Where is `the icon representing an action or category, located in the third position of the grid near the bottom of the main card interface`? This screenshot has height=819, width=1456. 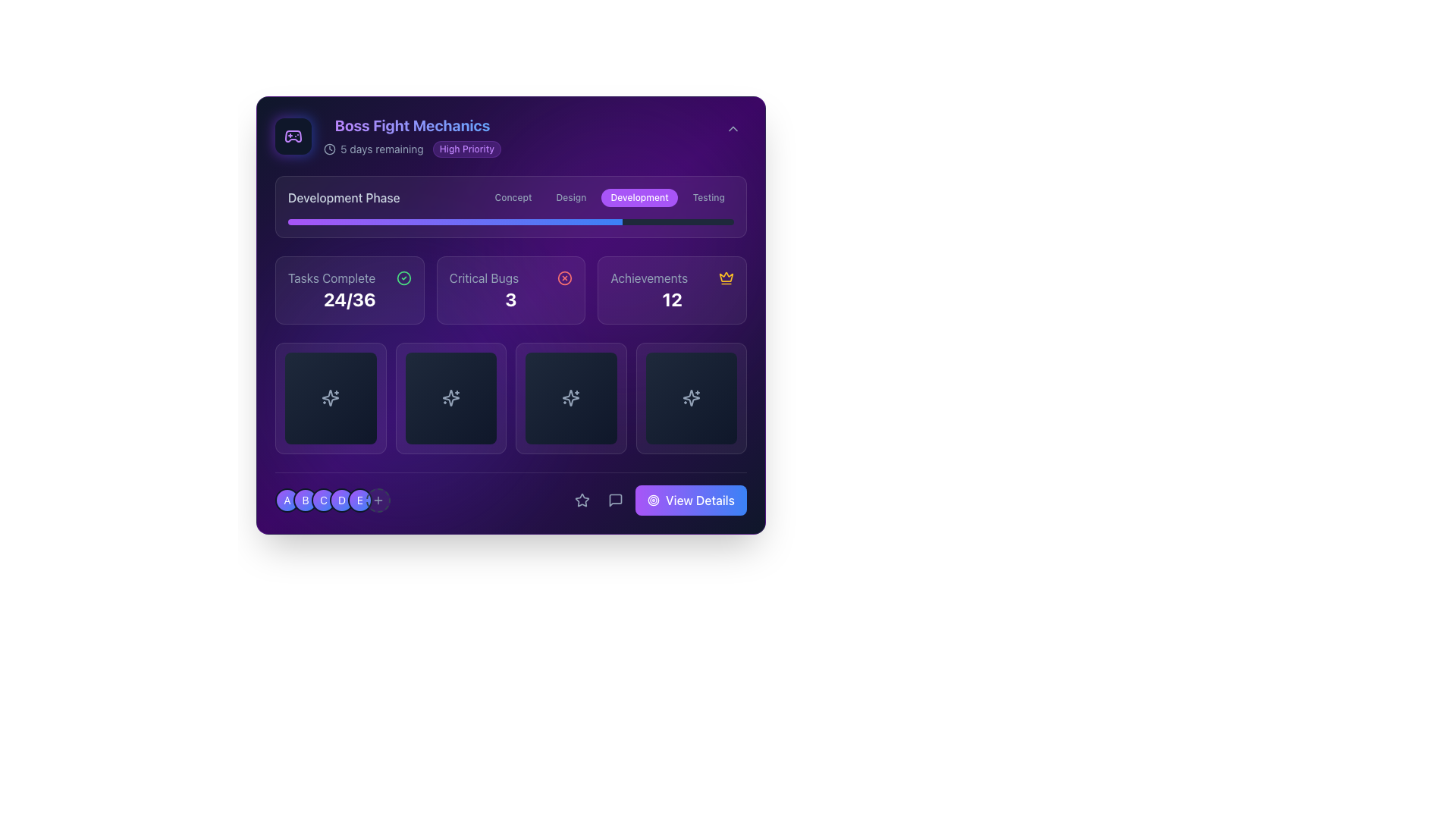 the icon representing an action or category, located in the third position of the grid near the bottom of the main card interface is located at coordinates (570, 397).